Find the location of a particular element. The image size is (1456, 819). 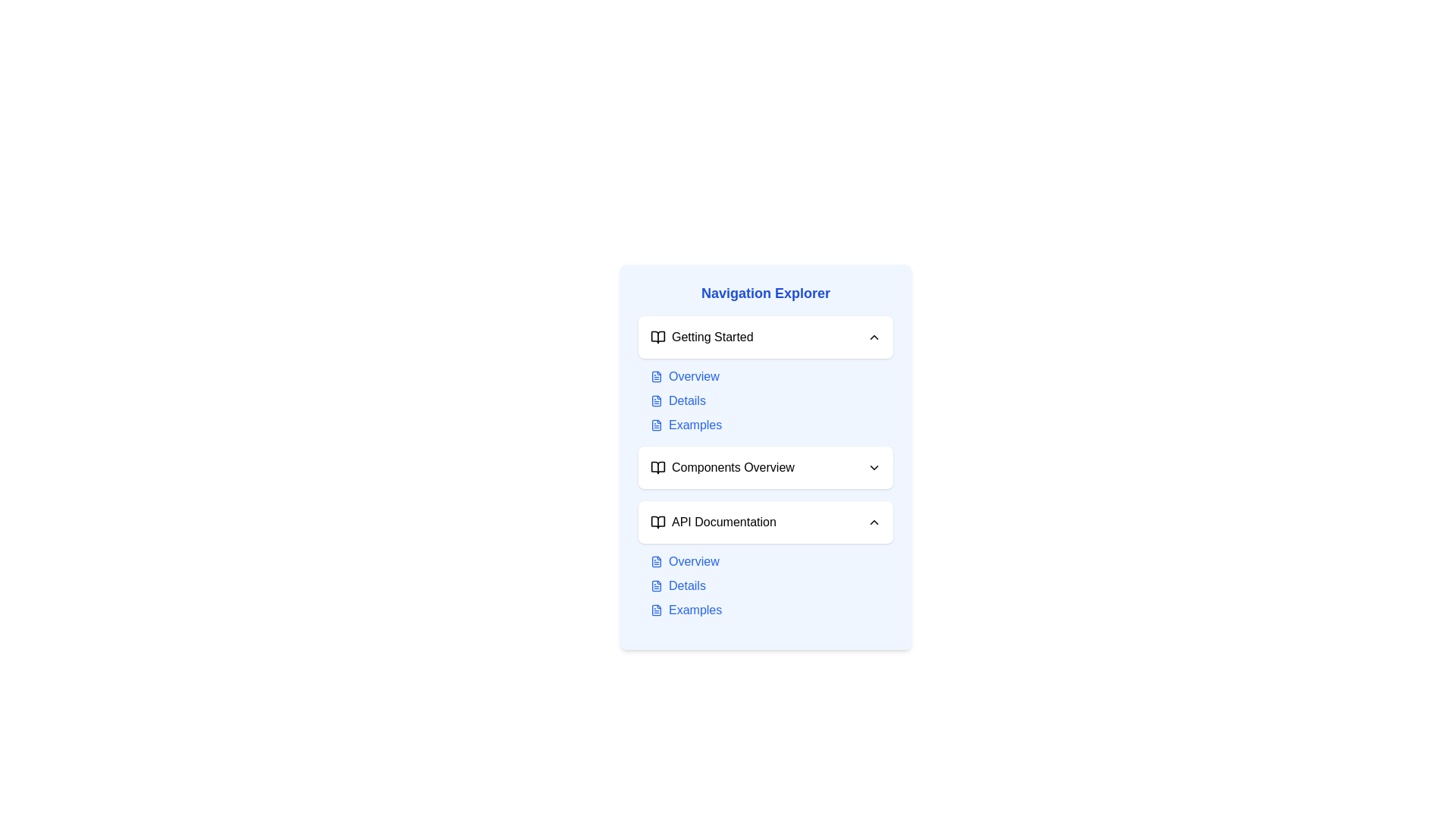

the 'Details' icon in the 'API Documentation' section of the 'Navigation Explorer' panel is located at coordinates (656, 585).